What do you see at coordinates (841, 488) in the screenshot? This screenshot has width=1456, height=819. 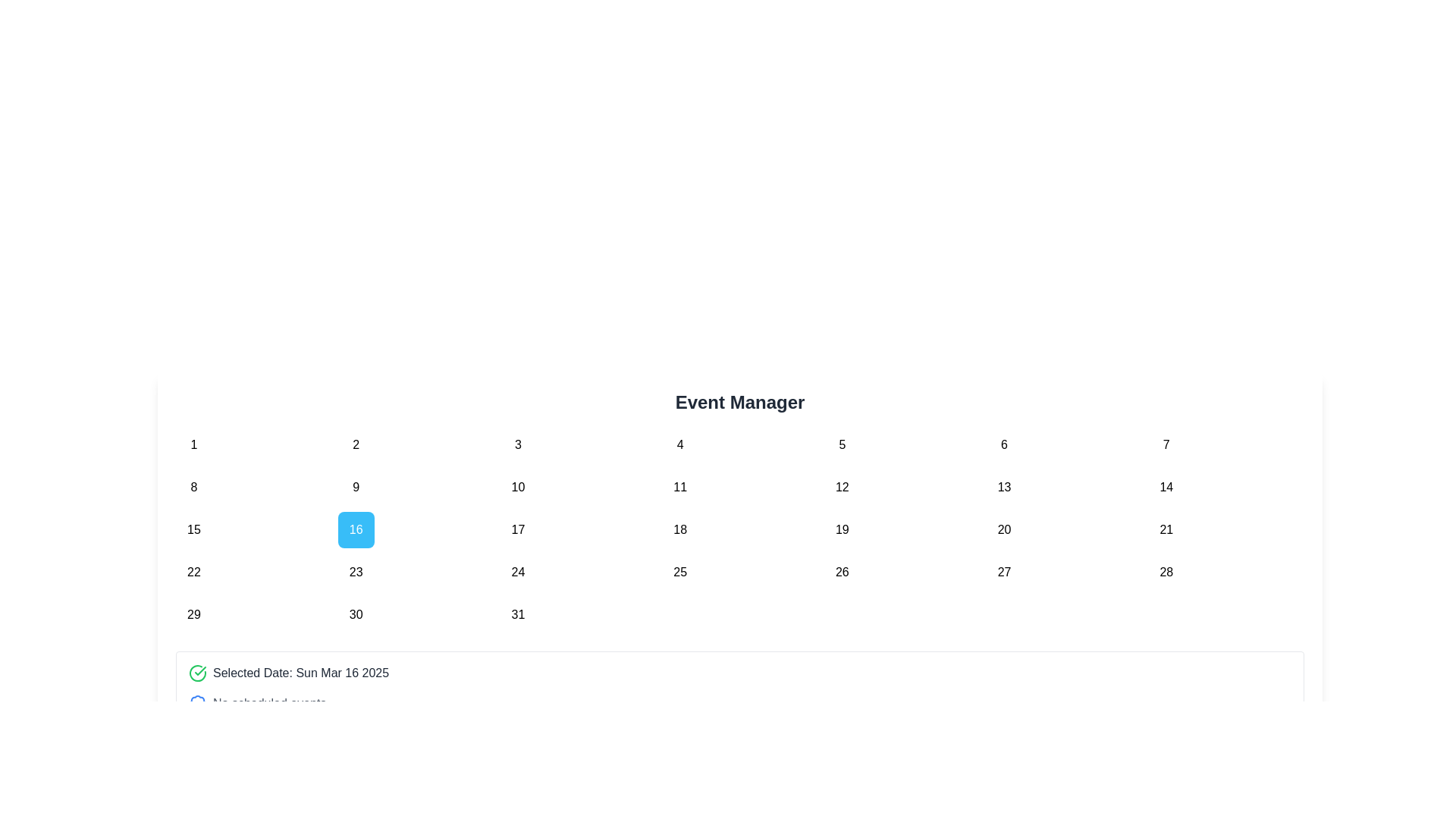 I see `the button representing the 12th day in the calendar view` at bounding box center [841, 488].